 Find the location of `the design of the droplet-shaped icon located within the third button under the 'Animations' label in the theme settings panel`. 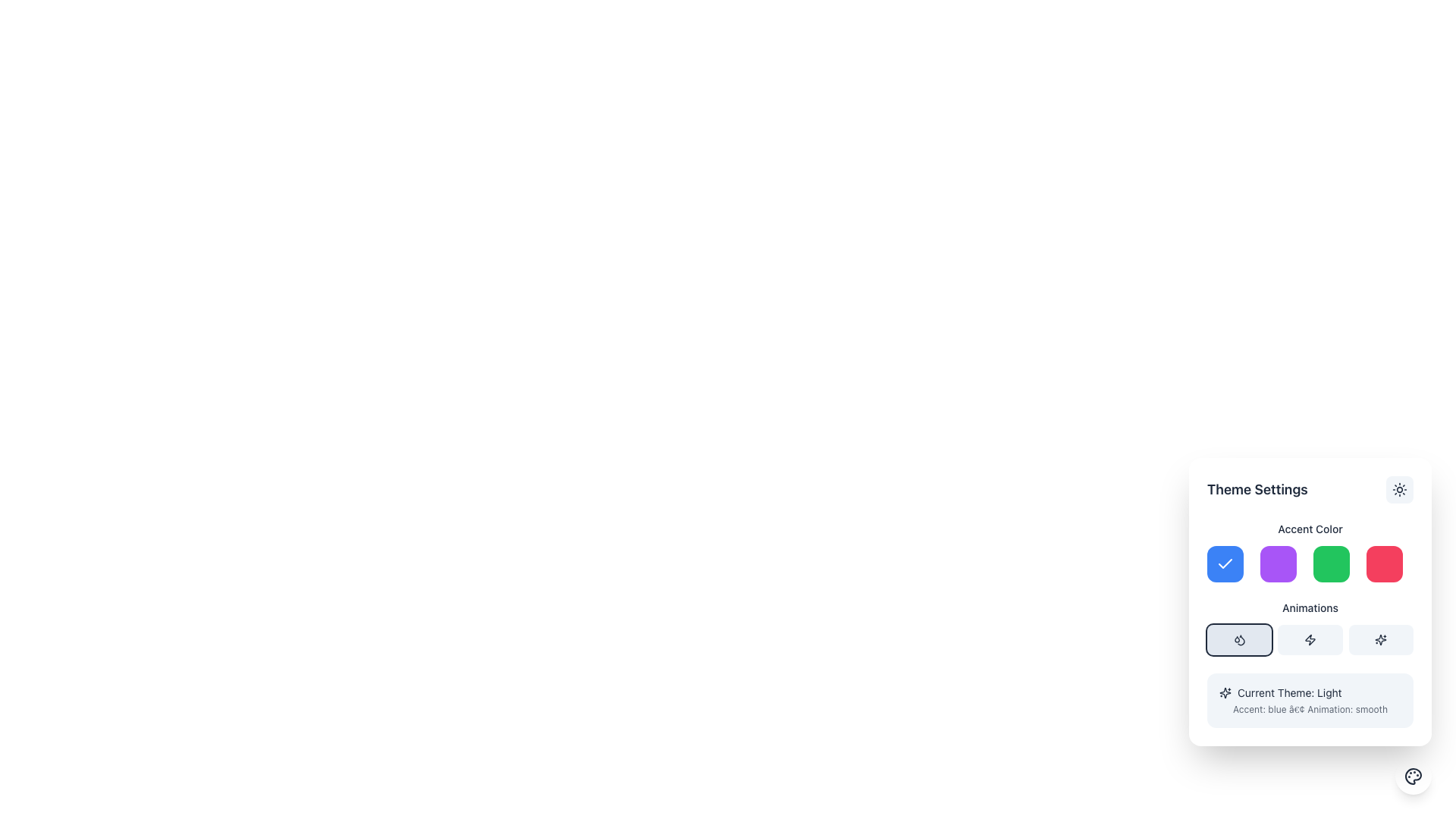

the design of the droplet-shaped icon located within the third button under the 'Animations' label in the theme settings panel is located at coordinates (1241, 640).